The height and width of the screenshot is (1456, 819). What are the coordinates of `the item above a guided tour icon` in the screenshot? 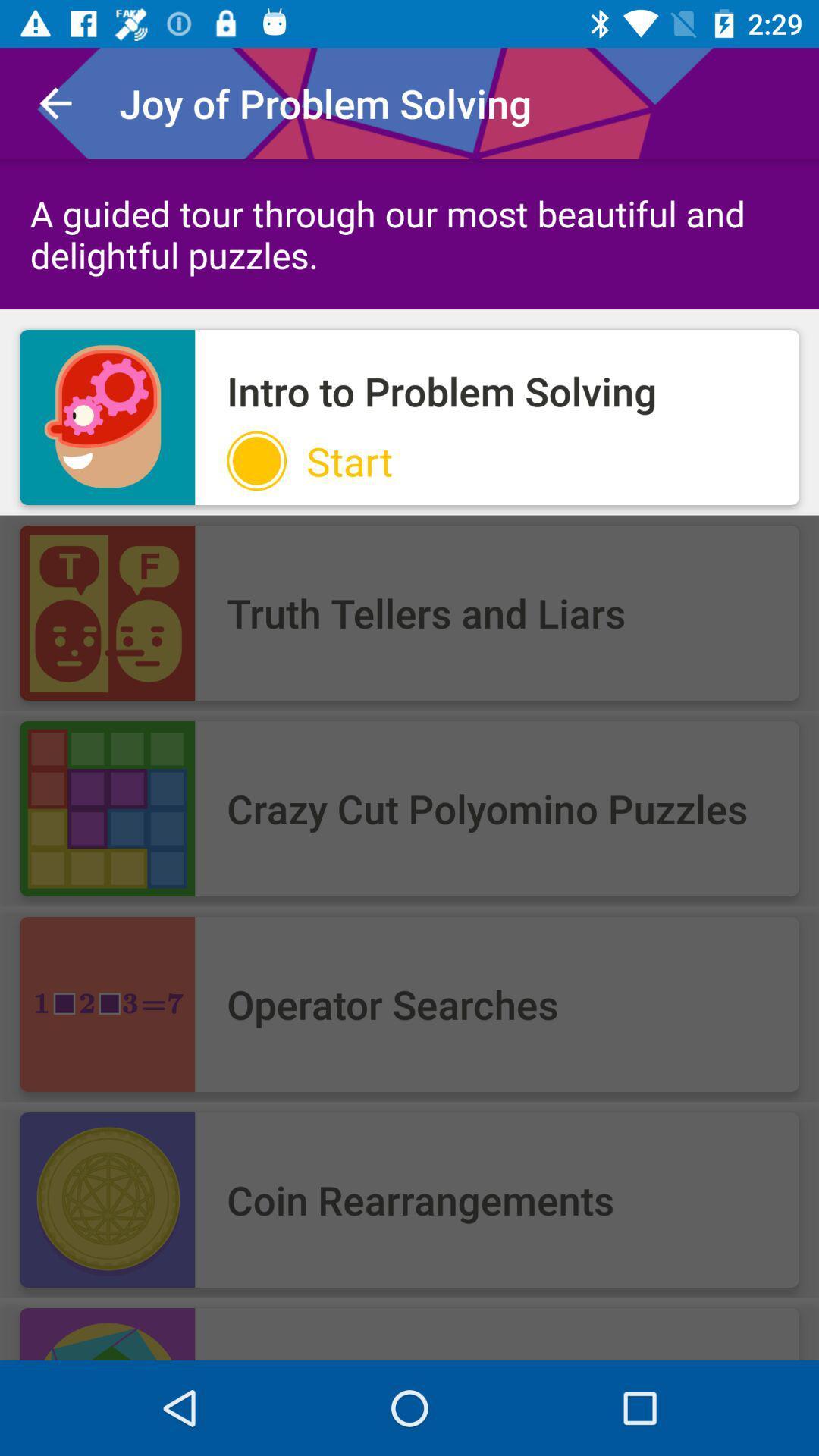 It's located at (55, 102).